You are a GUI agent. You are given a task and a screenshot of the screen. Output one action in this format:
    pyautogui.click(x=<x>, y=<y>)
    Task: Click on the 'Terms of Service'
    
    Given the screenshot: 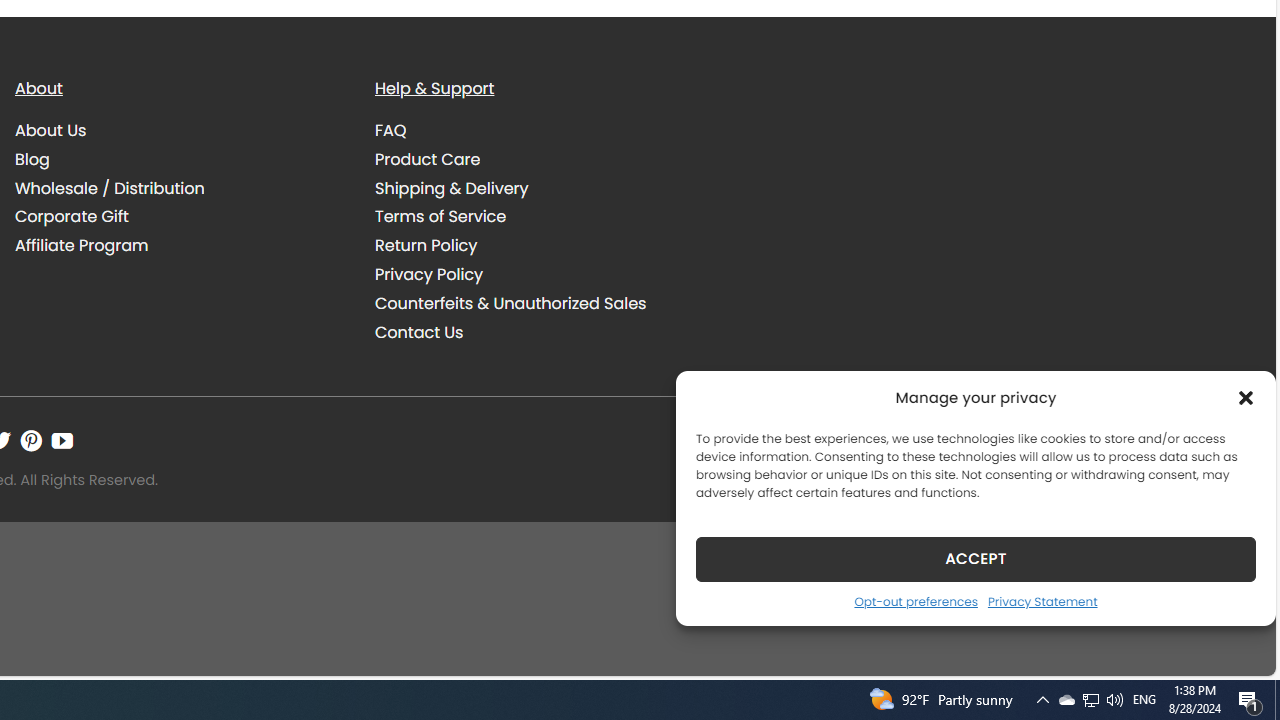 What is the action you would take?
    pyautogui.click(x=540, y=216)
    